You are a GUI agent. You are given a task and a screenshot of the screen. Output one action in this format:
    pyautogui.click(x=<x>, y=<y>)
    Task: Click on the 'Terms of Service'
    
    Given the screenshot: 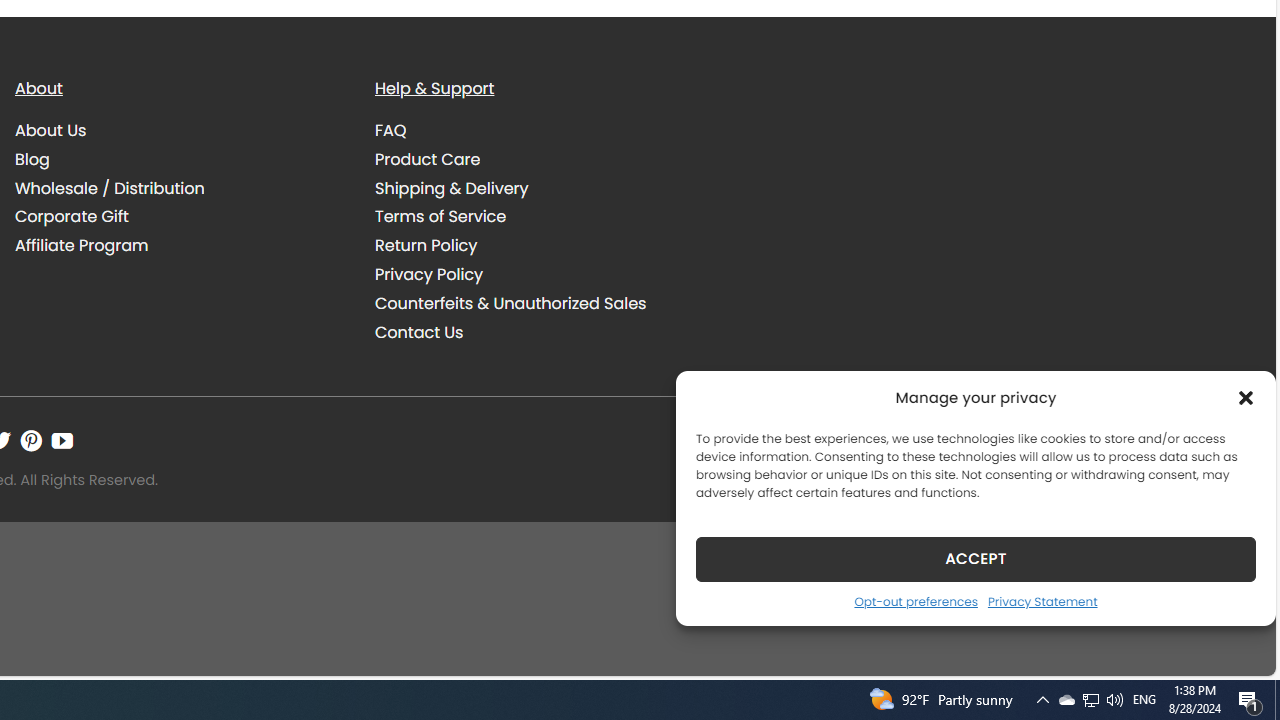 What is the action you would take?
    pyautogui.click(x=540, y=216)
    